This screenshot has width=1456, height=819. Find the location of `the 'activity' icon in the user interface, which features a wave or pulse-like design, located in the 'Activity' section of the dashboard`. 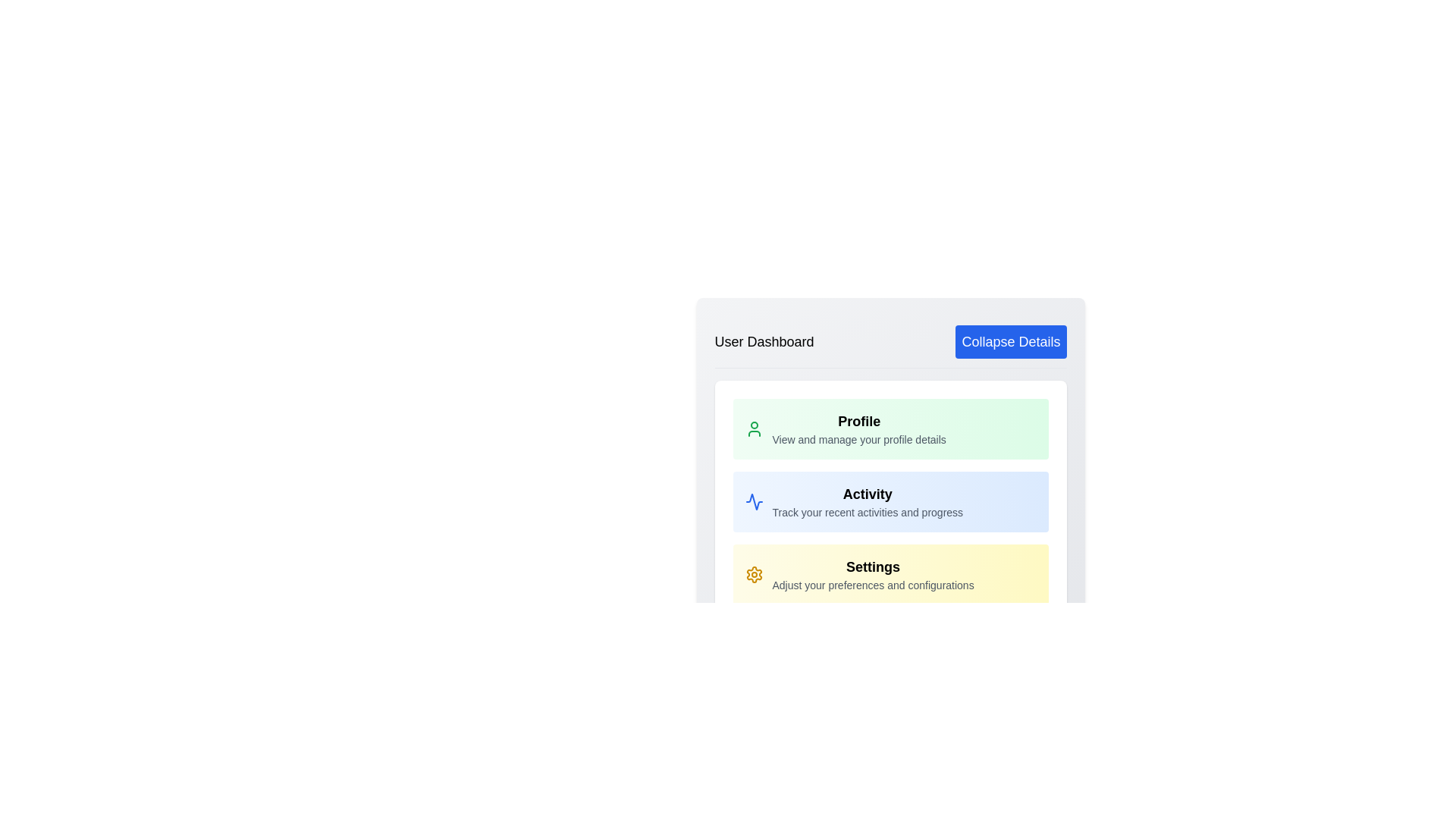

the 'activity' icon in the user interface, which features a wave or pulse-like design, located in the 'Activity' section of the dashboard is located at coordinates (754, 502).